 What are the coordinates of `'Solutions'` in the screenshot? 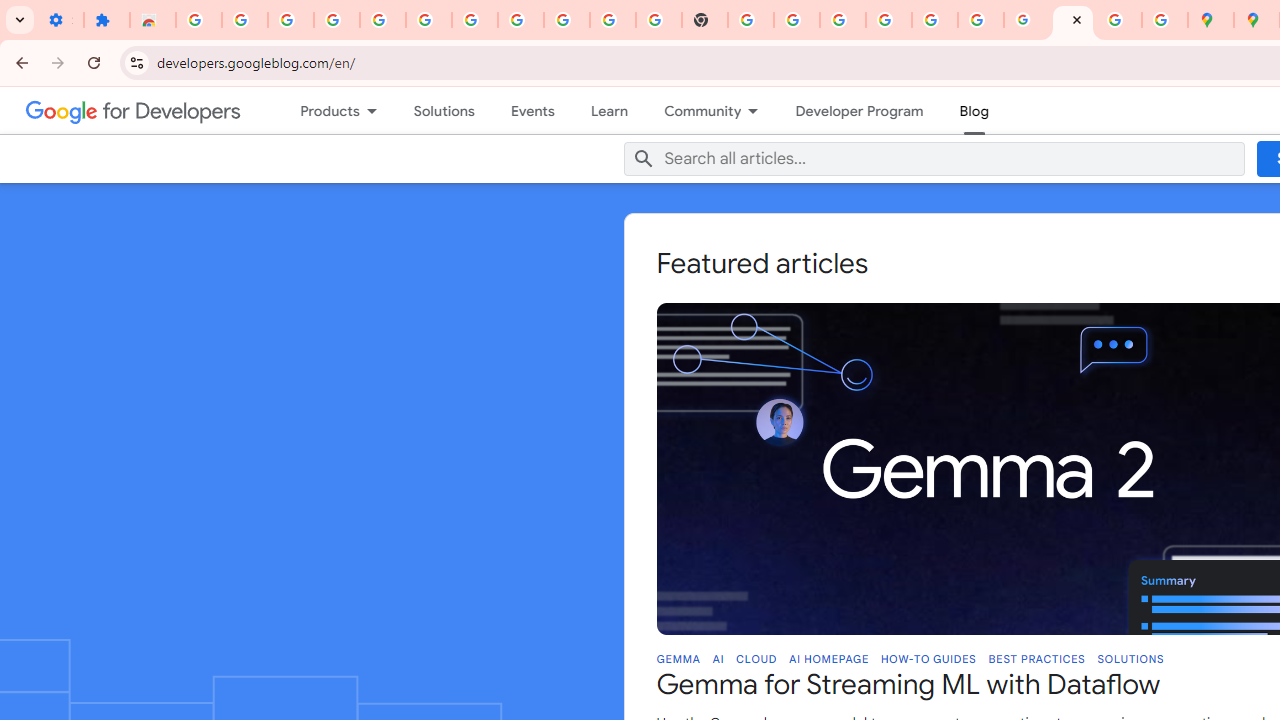 It's located at (443, 110).